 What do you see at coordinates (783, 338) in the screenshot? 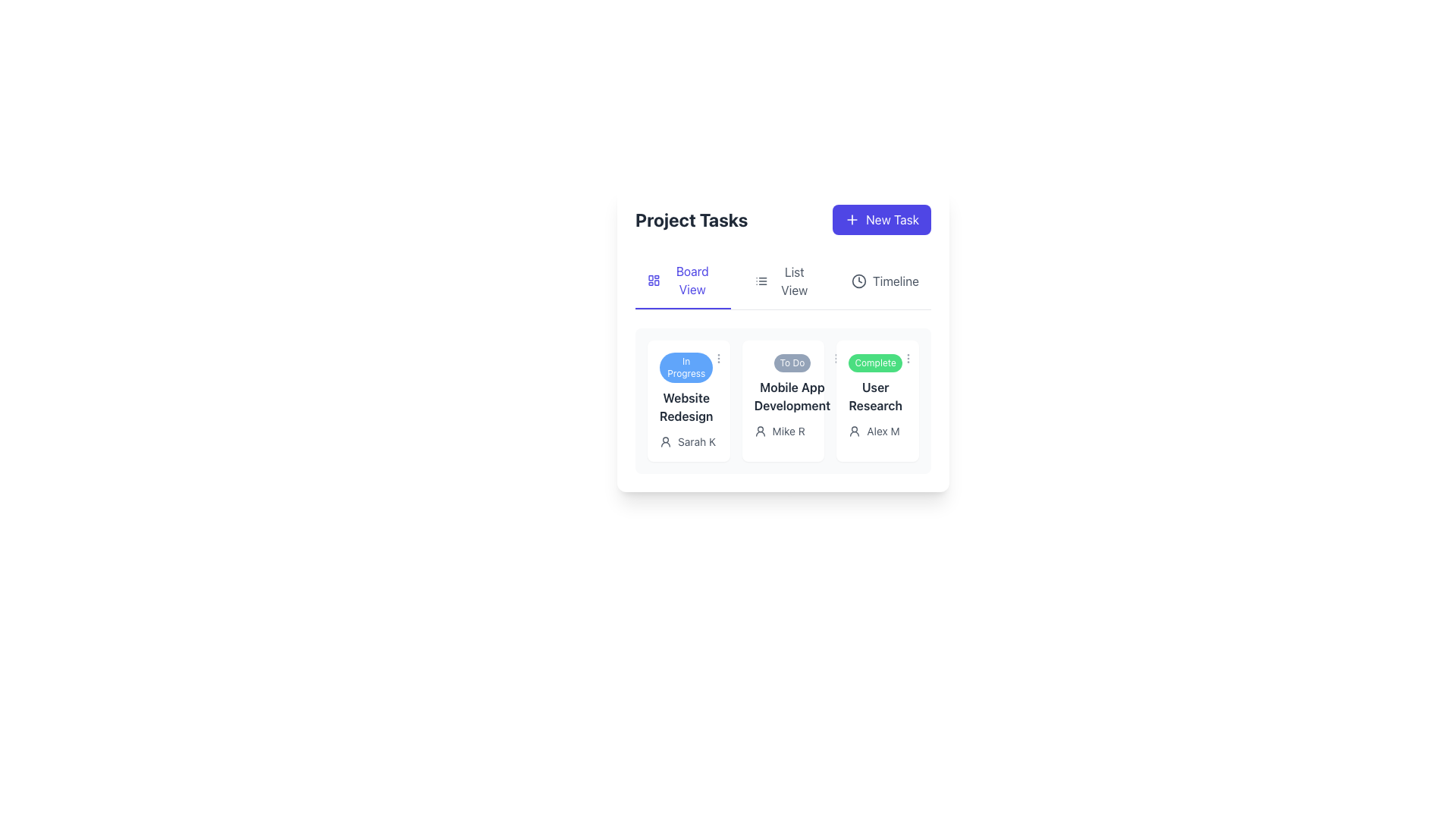
I see `the Information Card labeled 'Mobile App Development' which is located under the 'Board View' tab, specifically` at bounding box center [783, 338].